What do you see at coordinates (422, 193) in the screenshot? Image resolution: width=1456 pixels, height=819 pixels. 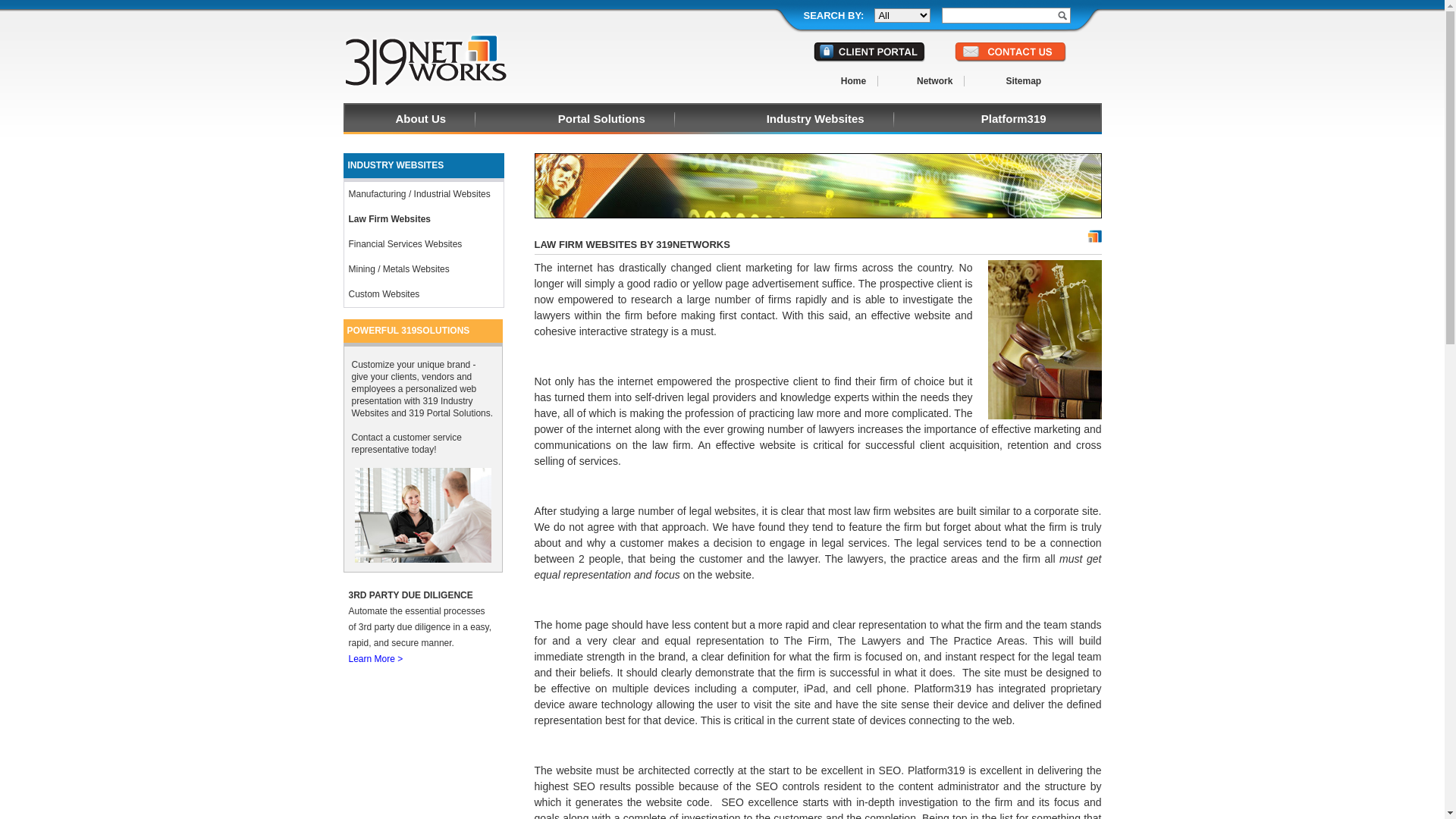 I see `'Manufacturing / Industrial Websites'` at bounding box center [422, 193].